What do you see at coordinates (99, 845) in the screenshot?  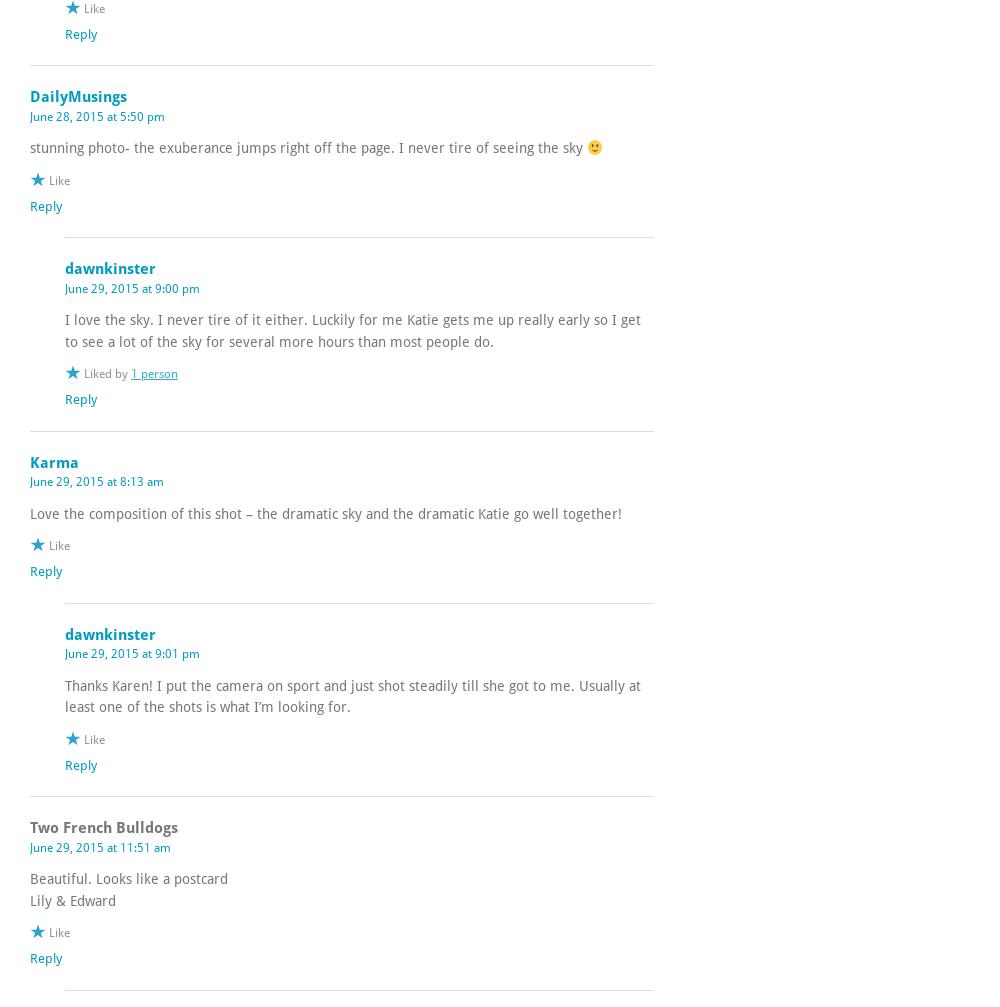 I see `'June 29, 2015 at 11:51 am'` at bounding box center [99, 845].